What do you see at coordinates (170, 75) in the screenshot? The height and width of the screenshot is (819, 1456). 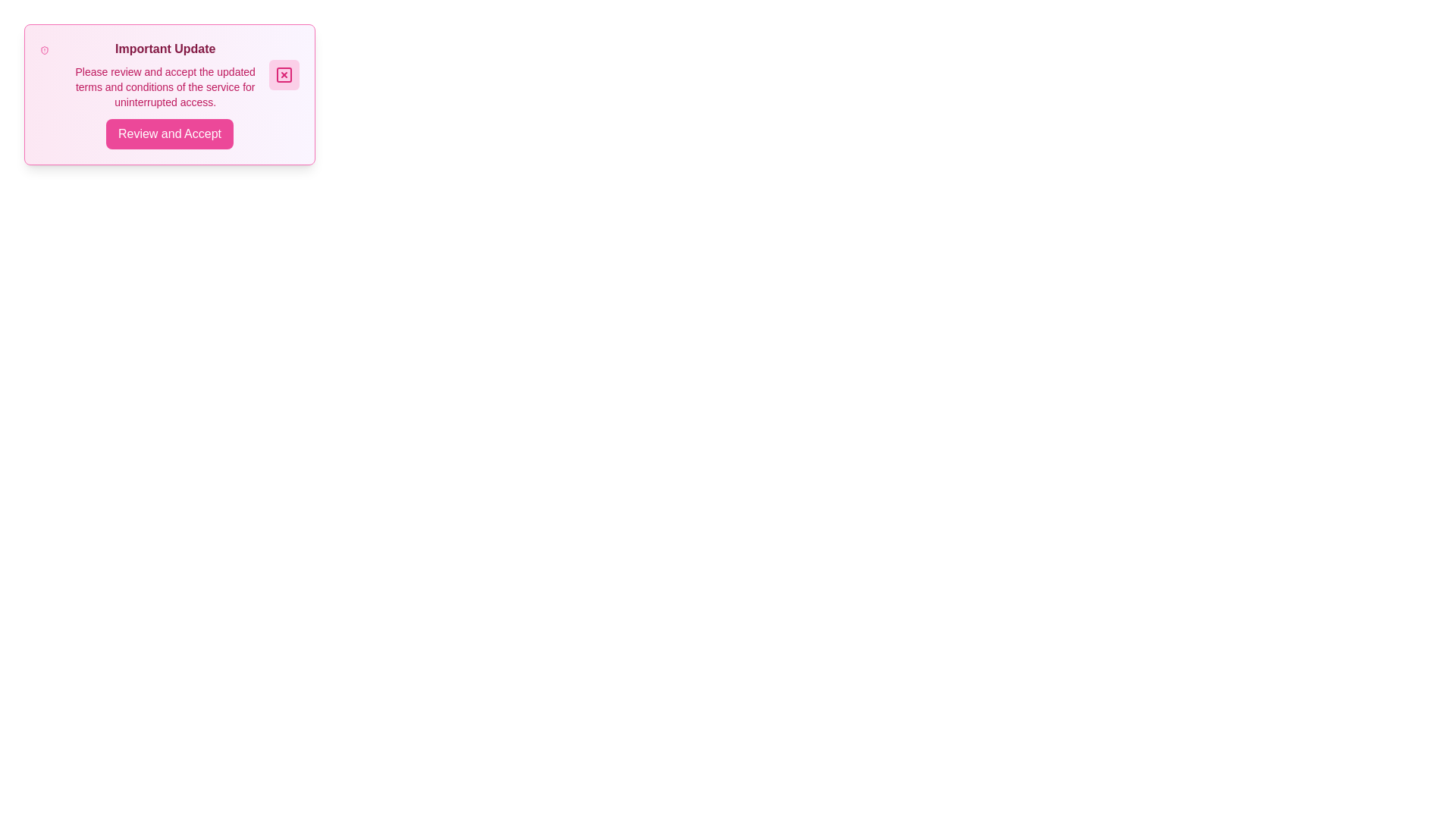 I see `the notification text block that informs users about an important update, located above the 'Review and Accept' button` at bounding box center [170, 75].